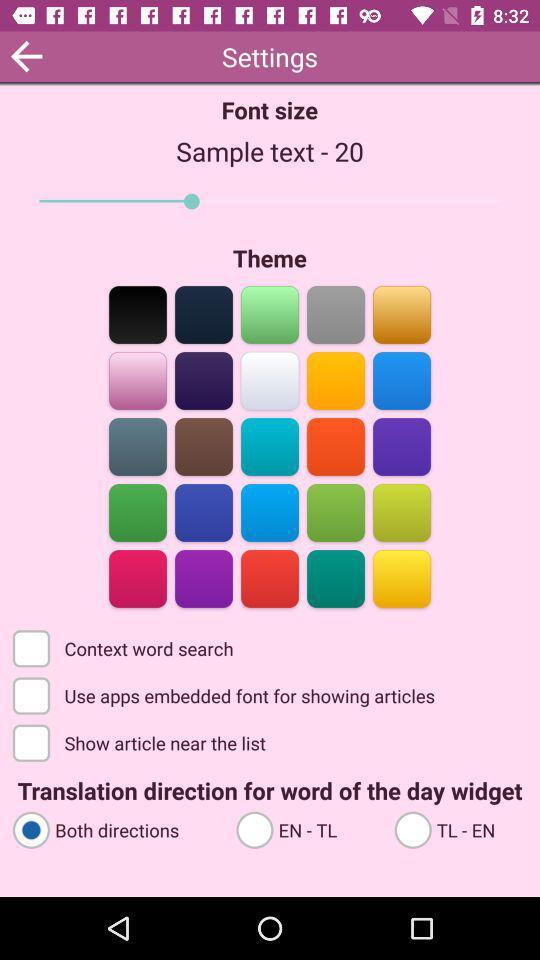 This screenshot has height=960, width=540. Describe the element at coordinates (270, 510) in the screenshot. I see `theme color option` at that location.